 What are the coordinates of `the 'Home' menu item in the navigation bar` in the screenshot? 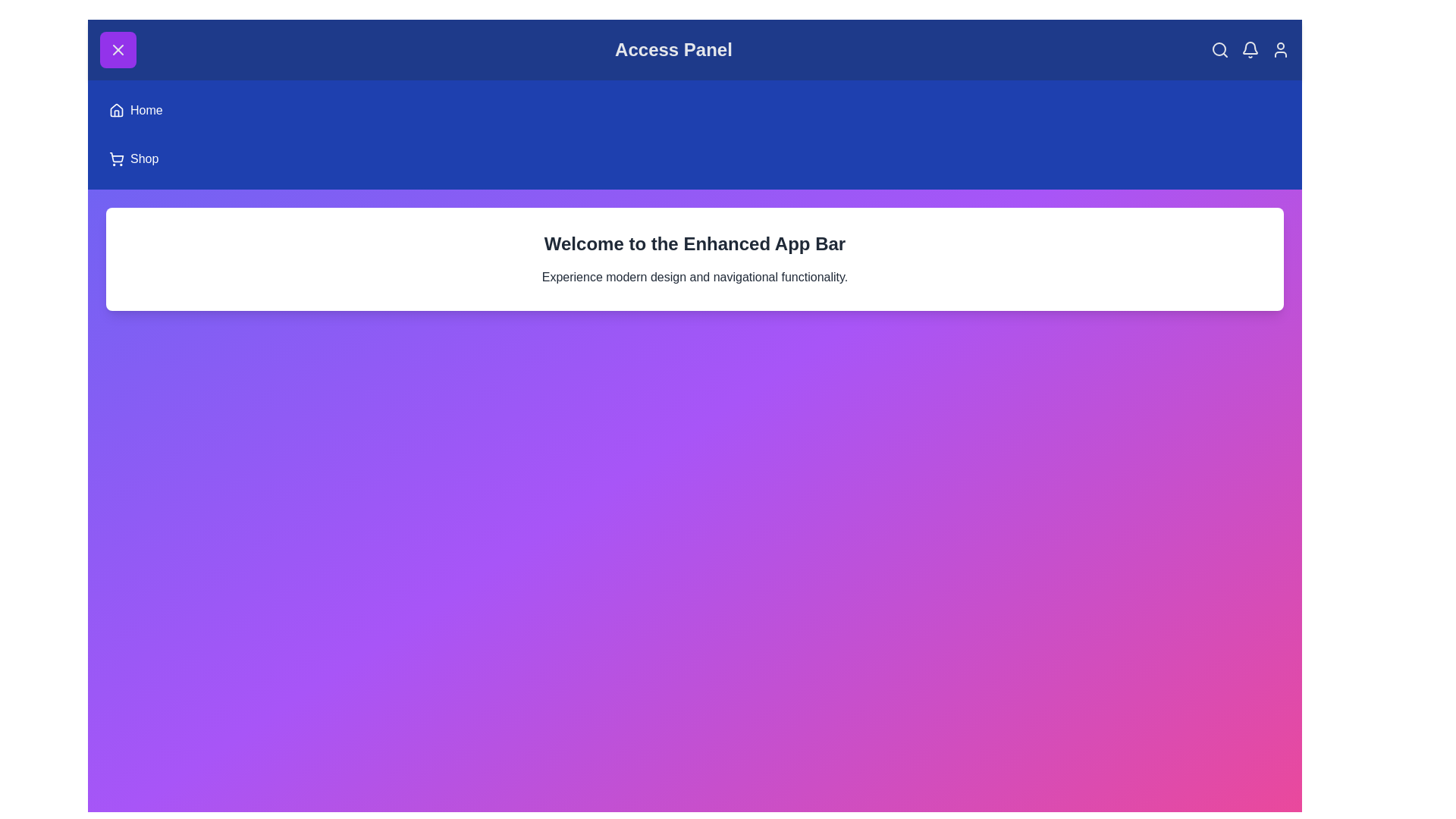 It's located at (146, 110).